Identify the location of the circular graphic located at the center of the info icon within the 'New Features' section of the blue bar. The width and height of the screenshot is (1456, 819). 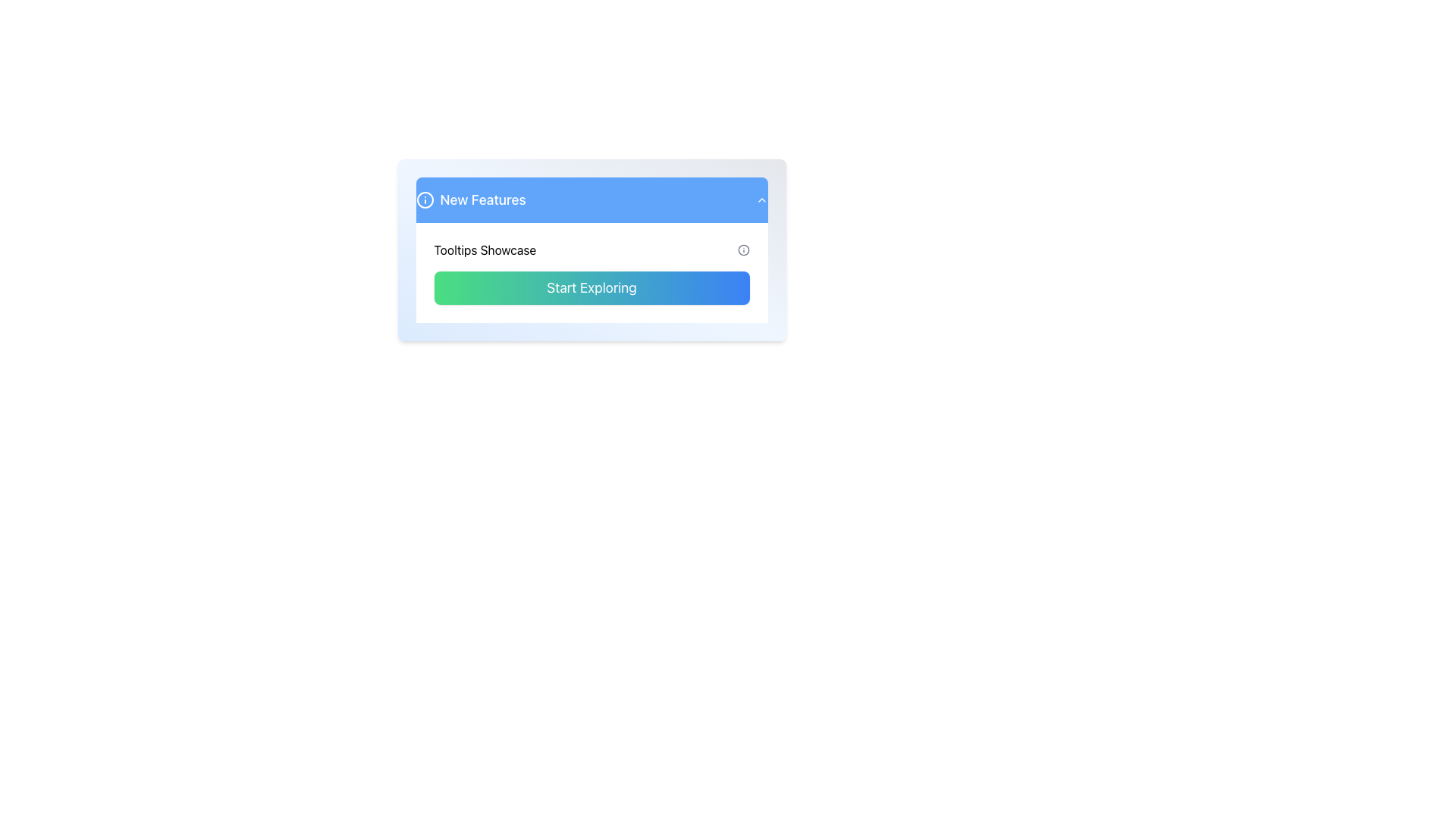
(743, 249).